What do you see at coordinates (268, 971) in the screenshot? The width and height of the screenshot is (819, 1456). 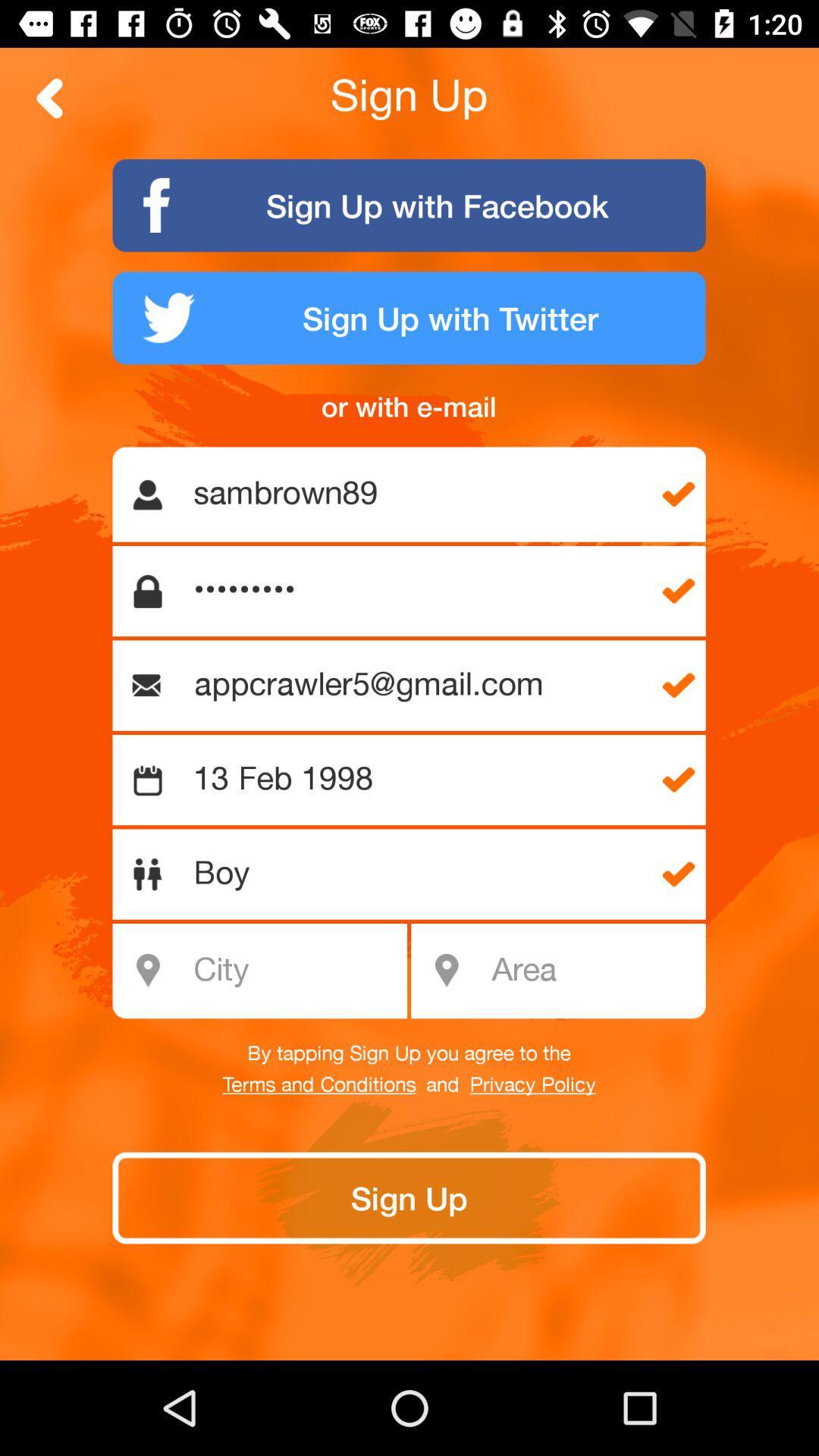 I see `city name` at bounding box center [268, 971].